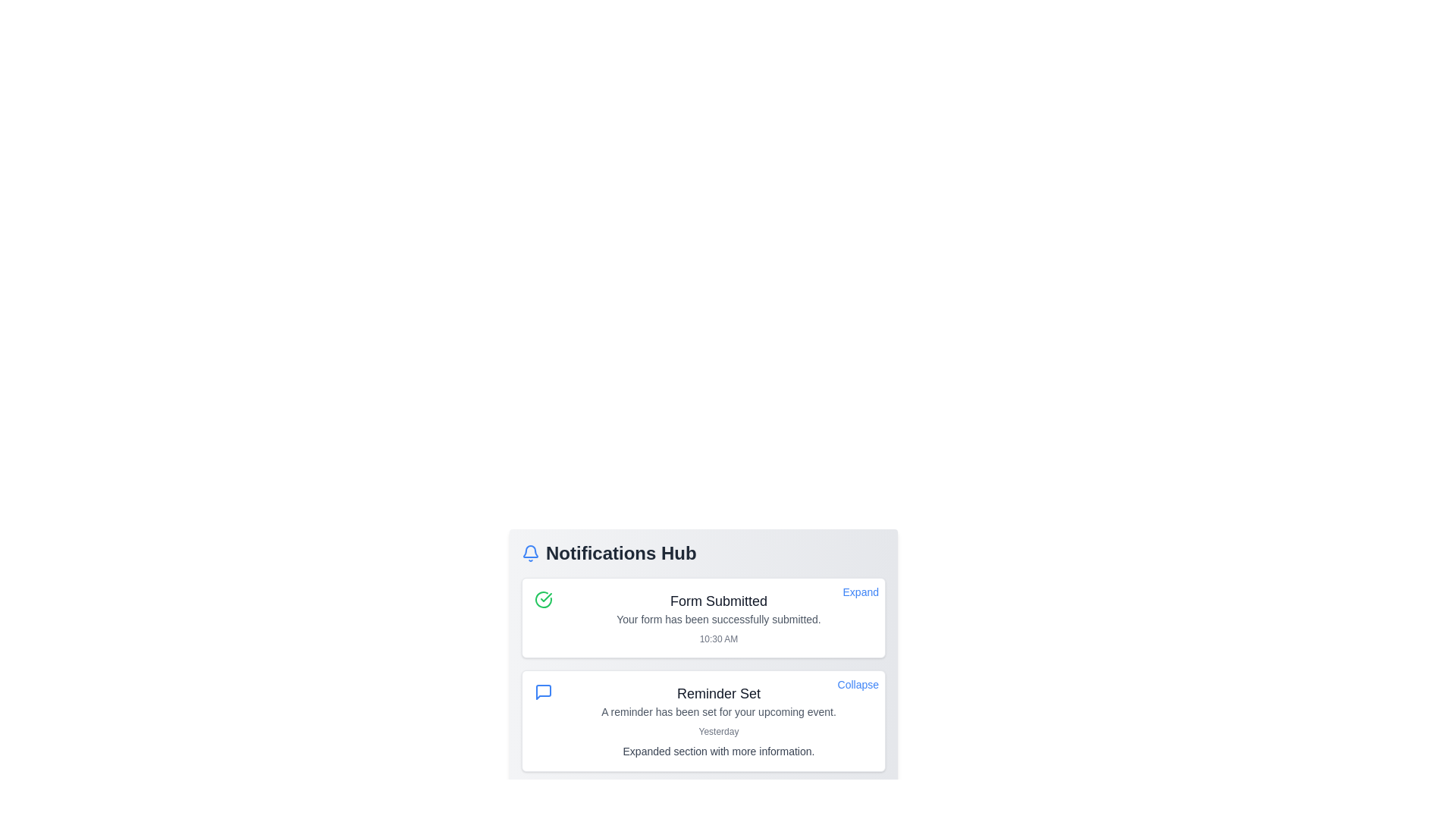 The height and width of the screenshot is (819, 1456). Describe the element at coordinates (531, 553) in the screenshot. I see `the notification icon located at the top center of the notification panel to interact with it` at that location.